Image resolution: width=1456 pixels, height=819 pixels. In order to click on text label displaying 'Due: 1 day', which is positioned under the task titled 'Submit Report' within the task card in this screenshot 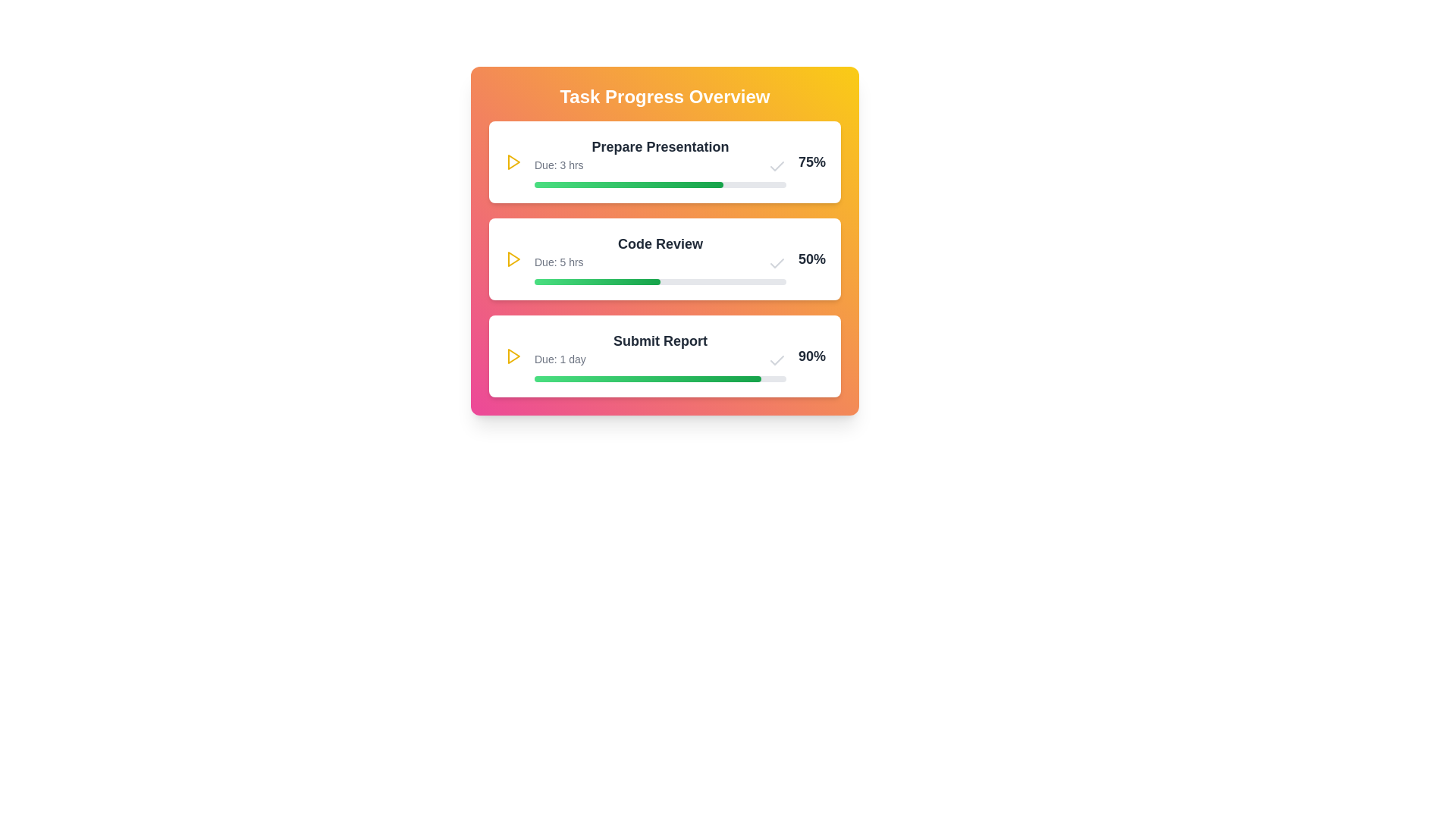, I will do `click(559, 360)`.